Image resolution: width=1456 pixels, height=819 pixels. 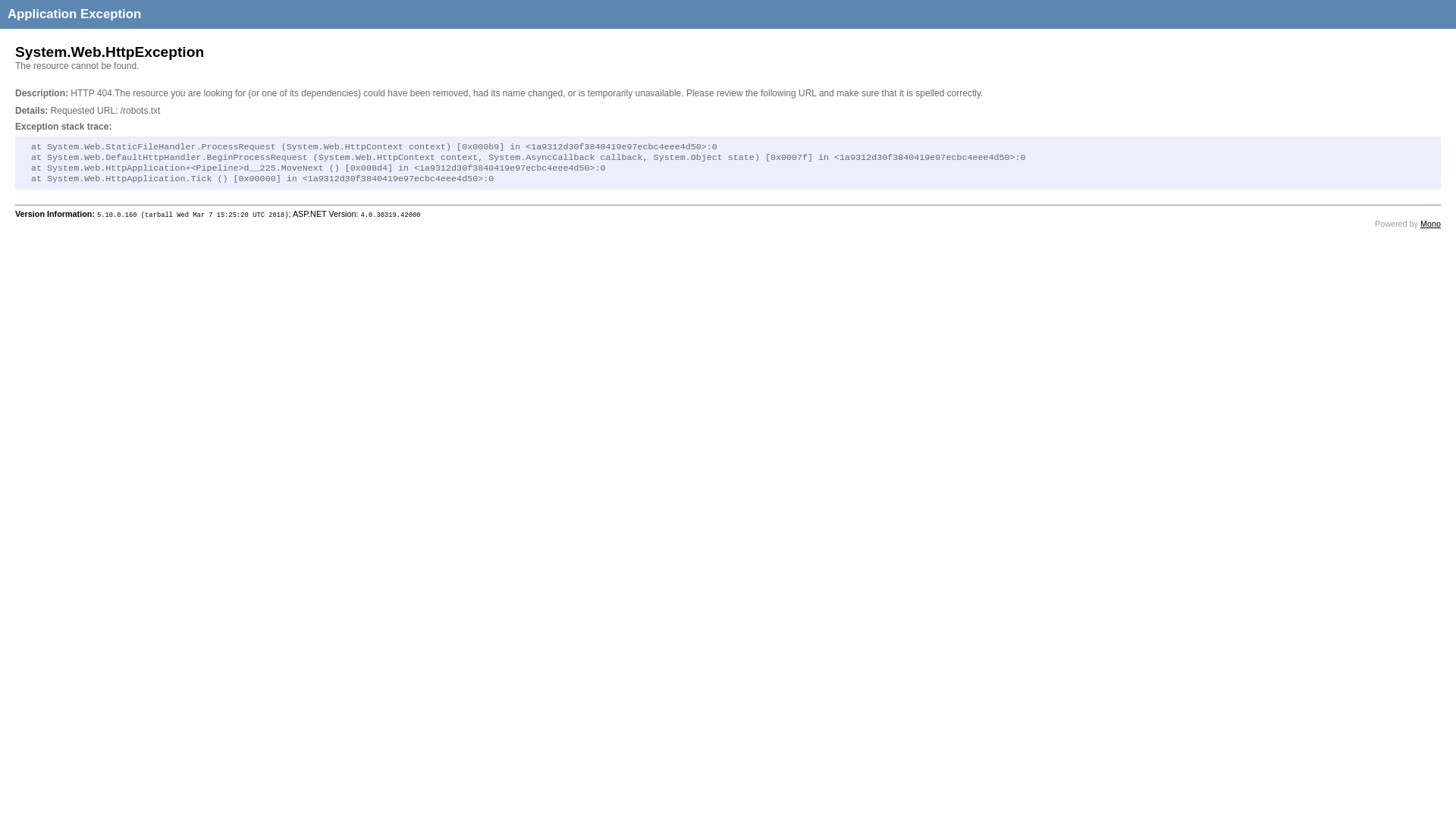 What do you see at coordinates (1419, 223) in the screenshot?
I see `'Mono'` at bounding box center [1419, 223].